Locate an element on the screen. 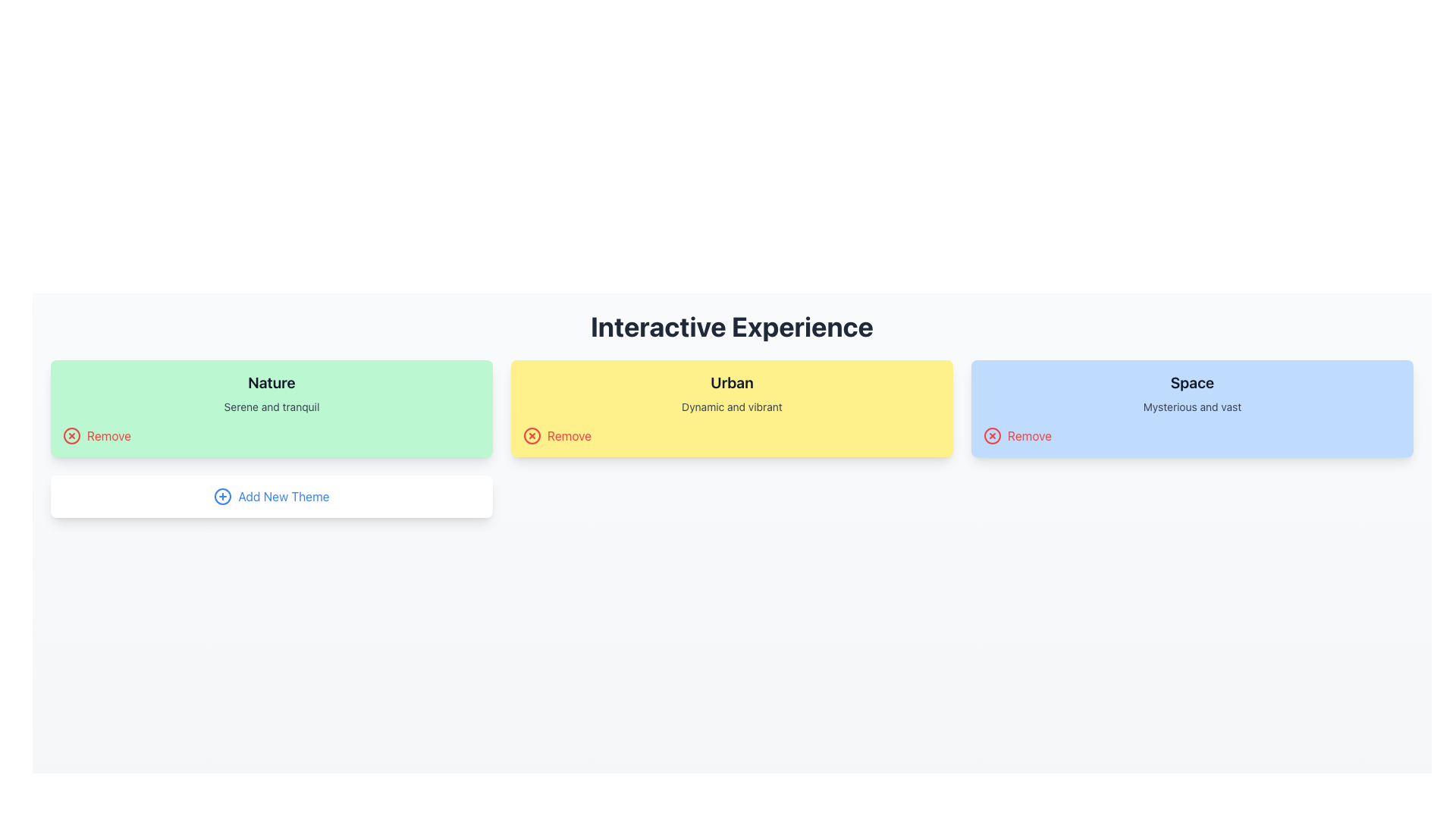 This screenshot has width=1456, height=819. the 'Add New Theme' text label with a blue color and a plus icon on the left is located at coordinates (284, 497).